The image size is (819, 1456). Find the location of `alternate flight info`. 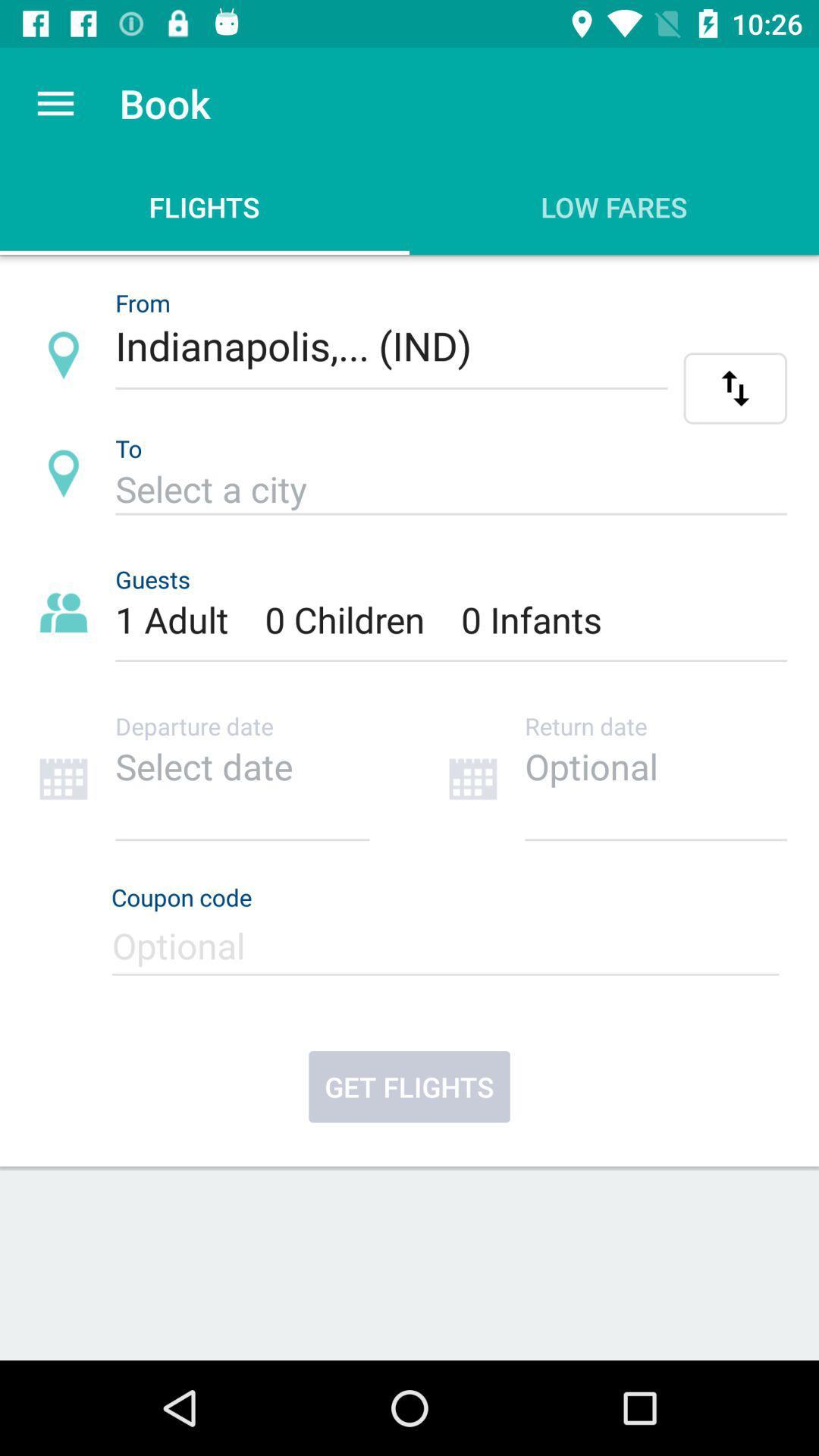

alternate flight info is located at coordinates (734, 388).